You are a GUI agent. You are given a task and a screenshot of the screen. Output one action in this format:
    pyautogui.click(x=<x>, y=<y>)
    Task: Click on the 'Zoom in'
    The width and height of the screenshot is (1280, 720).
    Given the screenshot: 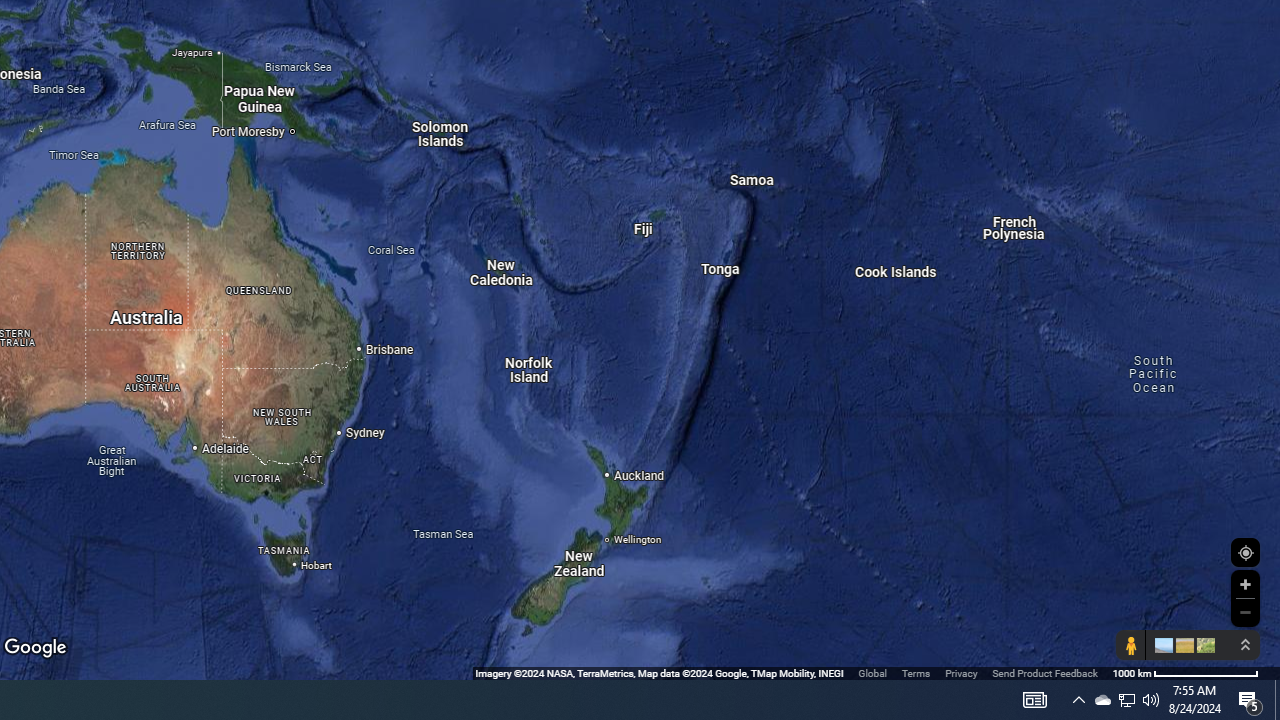 What is the action you would take?
    pyautogui.click(x=1244, y=584)
    